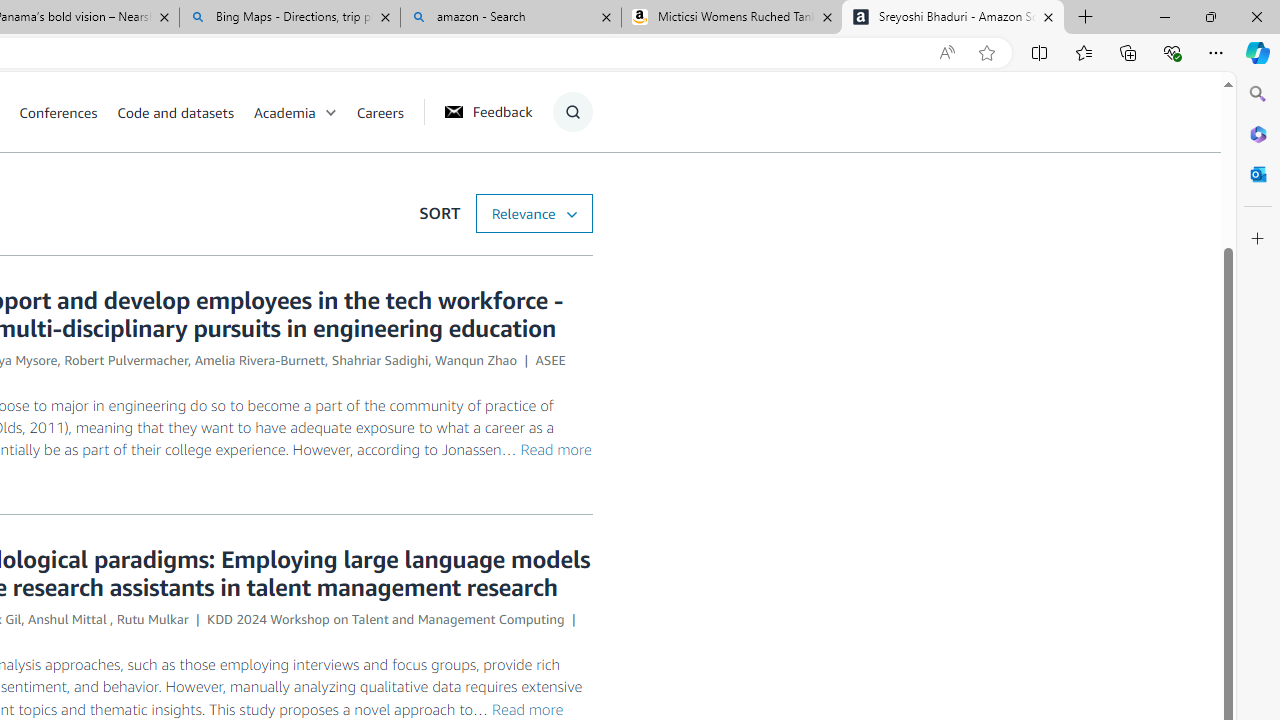 The image size is (1280, 720). Describe the element at coordinates (510, 17) in the screenshot. I see `'amazon - Search'` at that location.